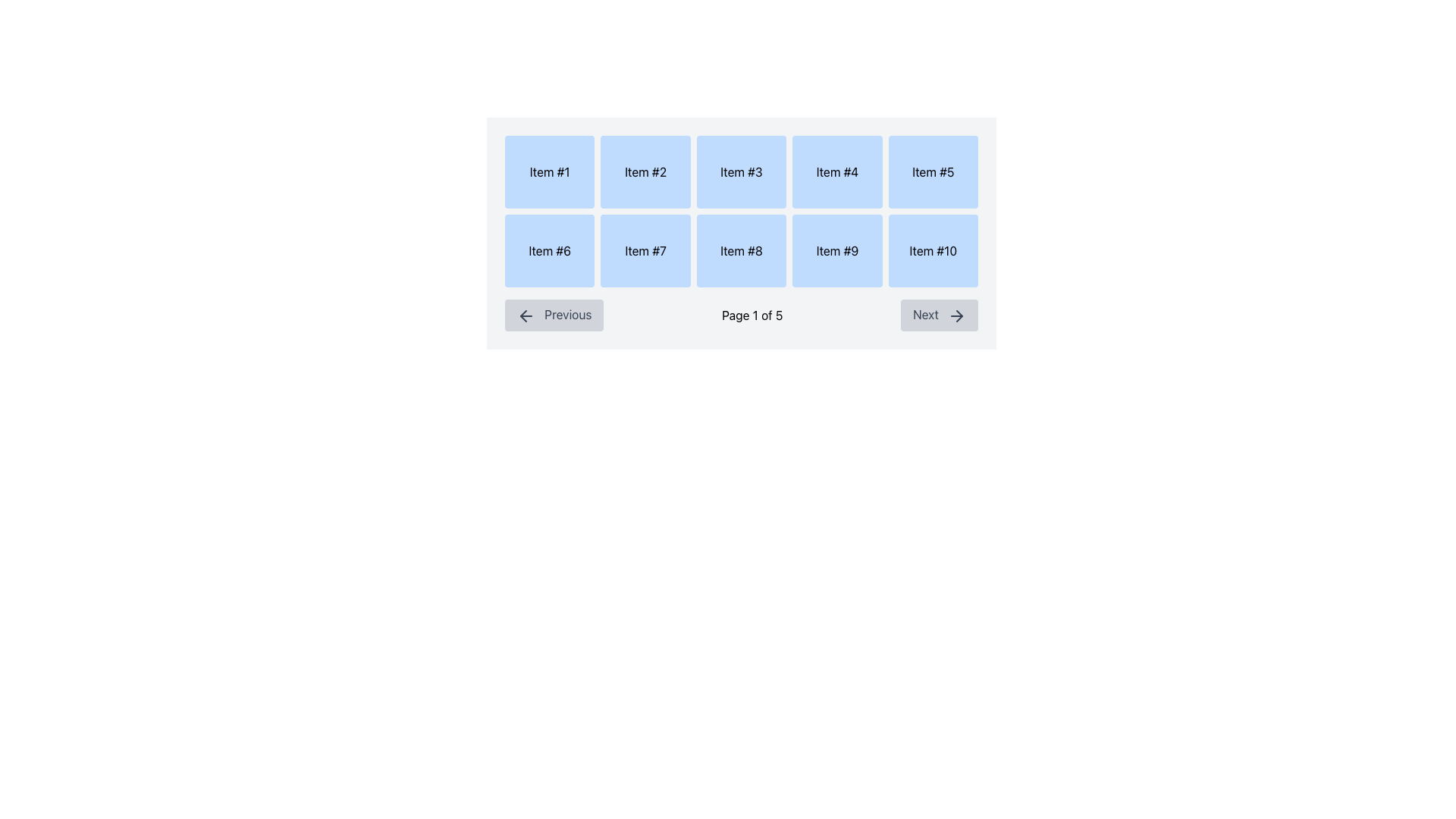  I want to click on the 'Previous' navigation button represented by an arrow symbol located in the bottom-left corner of the interface, so click(523, 315).